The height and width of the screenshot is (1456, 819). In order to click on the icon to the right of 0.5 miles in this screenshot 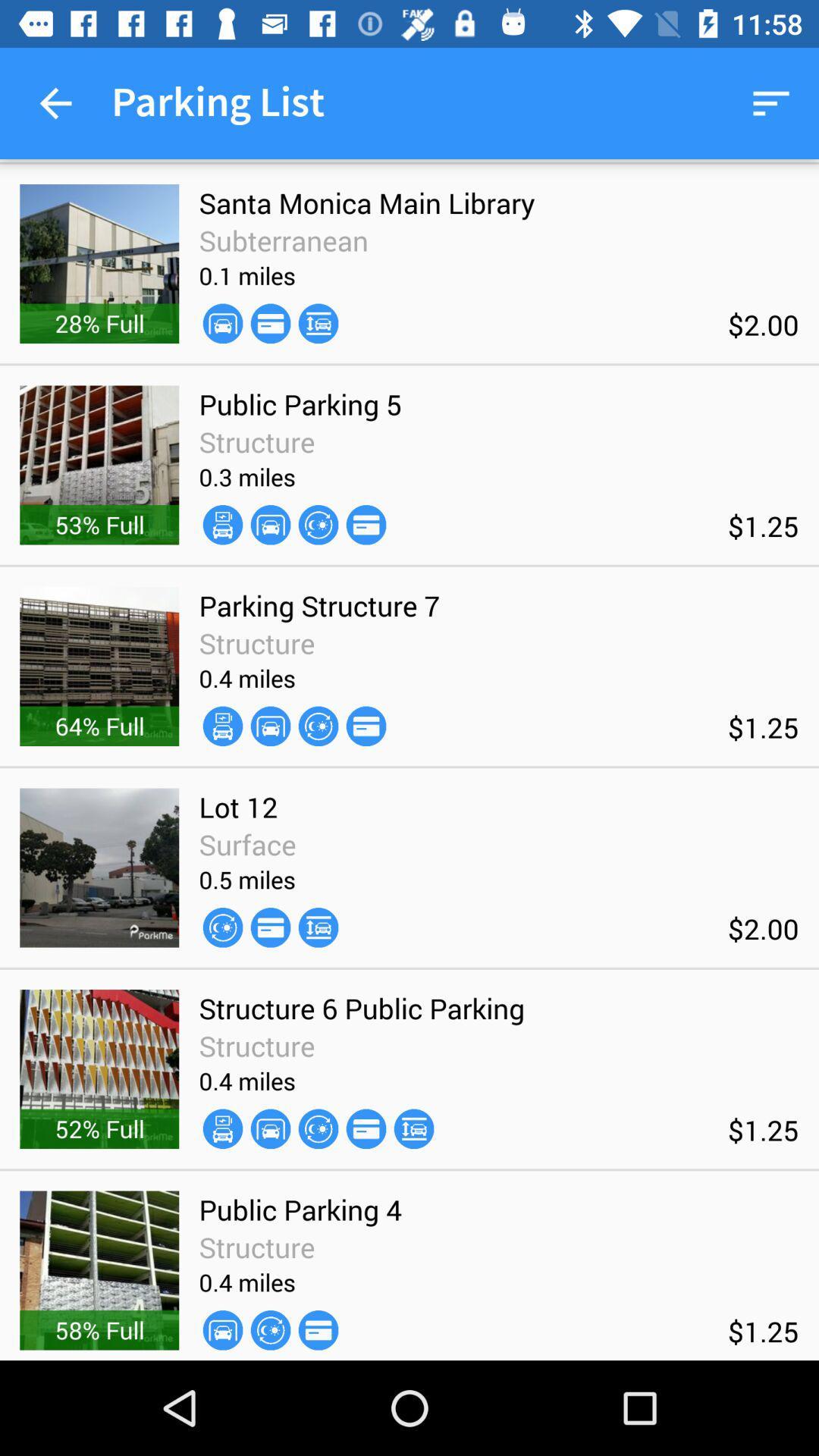, I will do `click(318, 927)`.